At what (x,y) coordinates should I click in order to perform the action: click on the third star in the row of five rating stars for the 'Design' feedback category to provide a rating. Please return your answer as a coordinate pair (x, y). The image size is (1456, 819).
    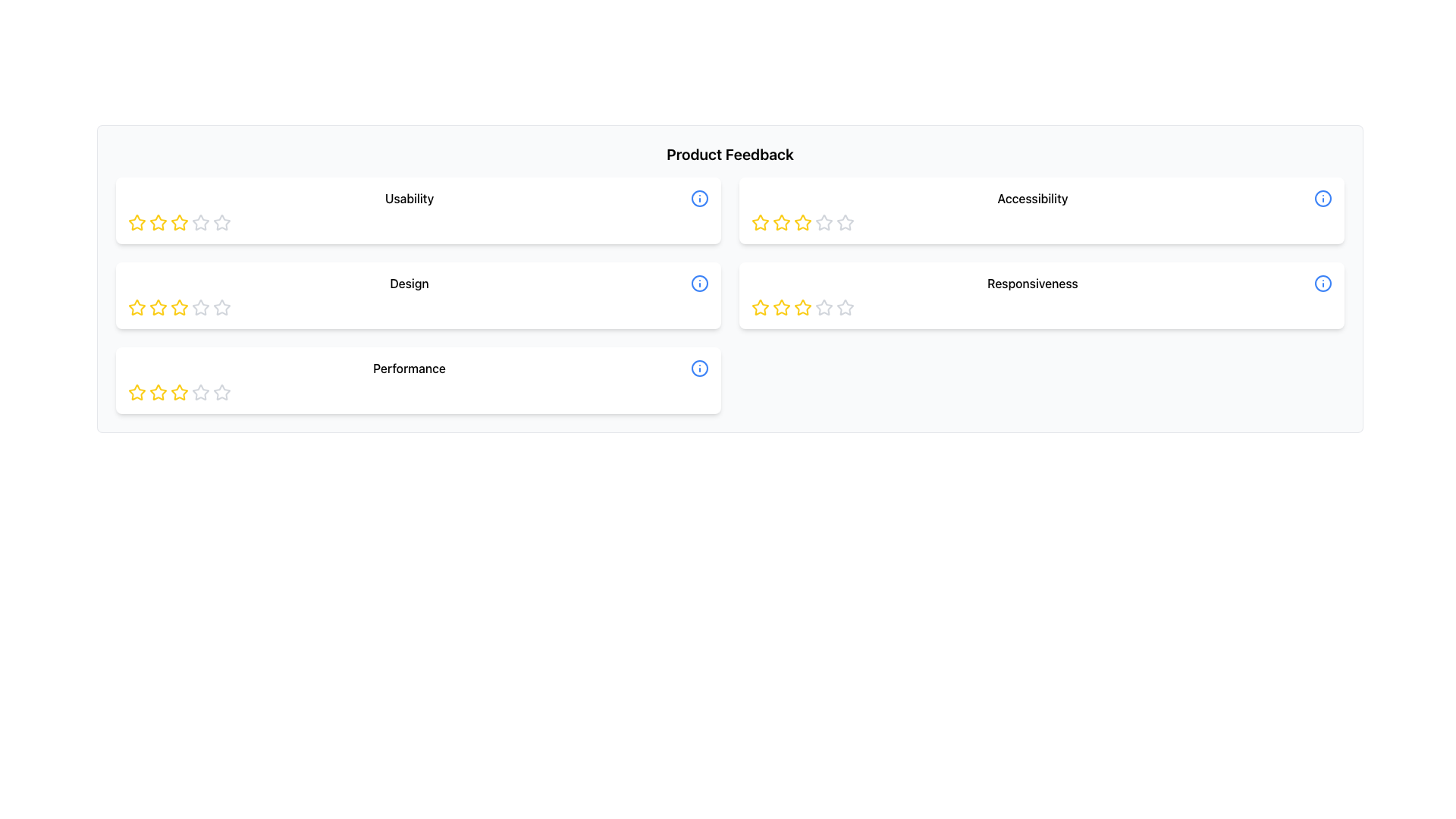
    Looking at the image, I should click on (199, 307).